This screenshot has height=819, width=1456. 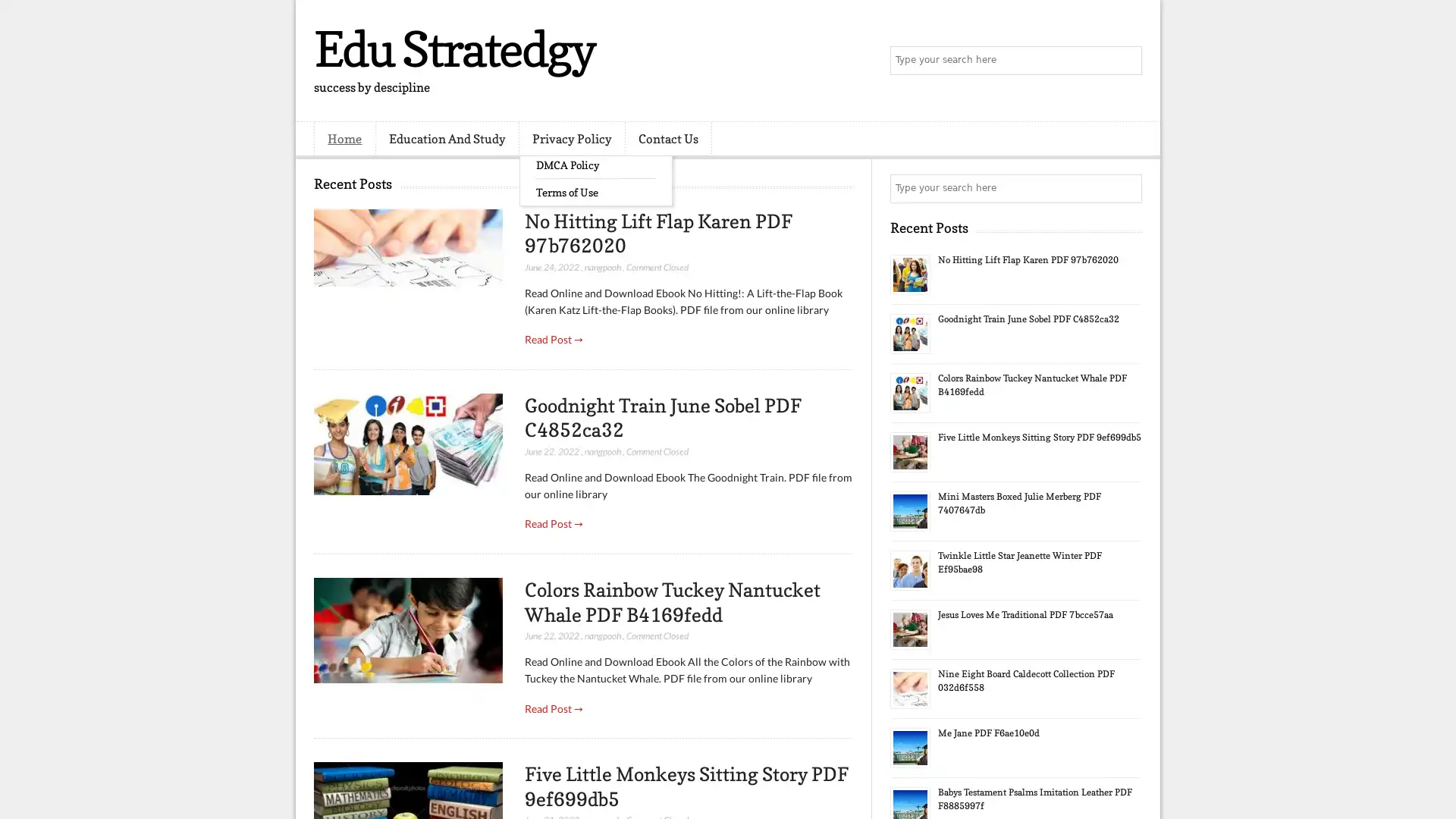 I want to click on Search, so click(x=1126, y=61).